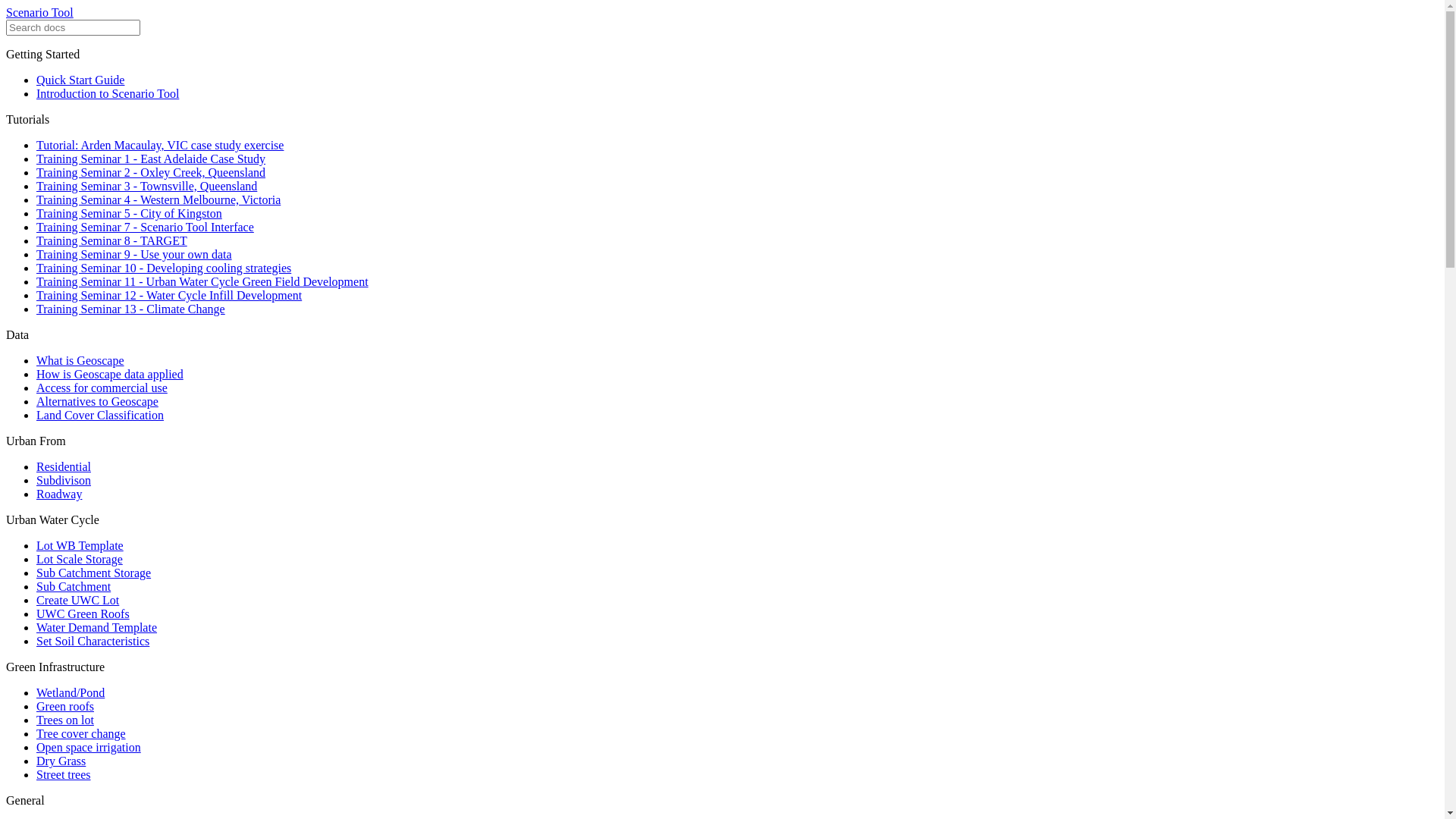 The height and width of the screenshot is (819, 1456). What do you see at coordinates (96, 627) in the screenshot?
I see `'Water Demand Template'` at bounding box center [96, 627].